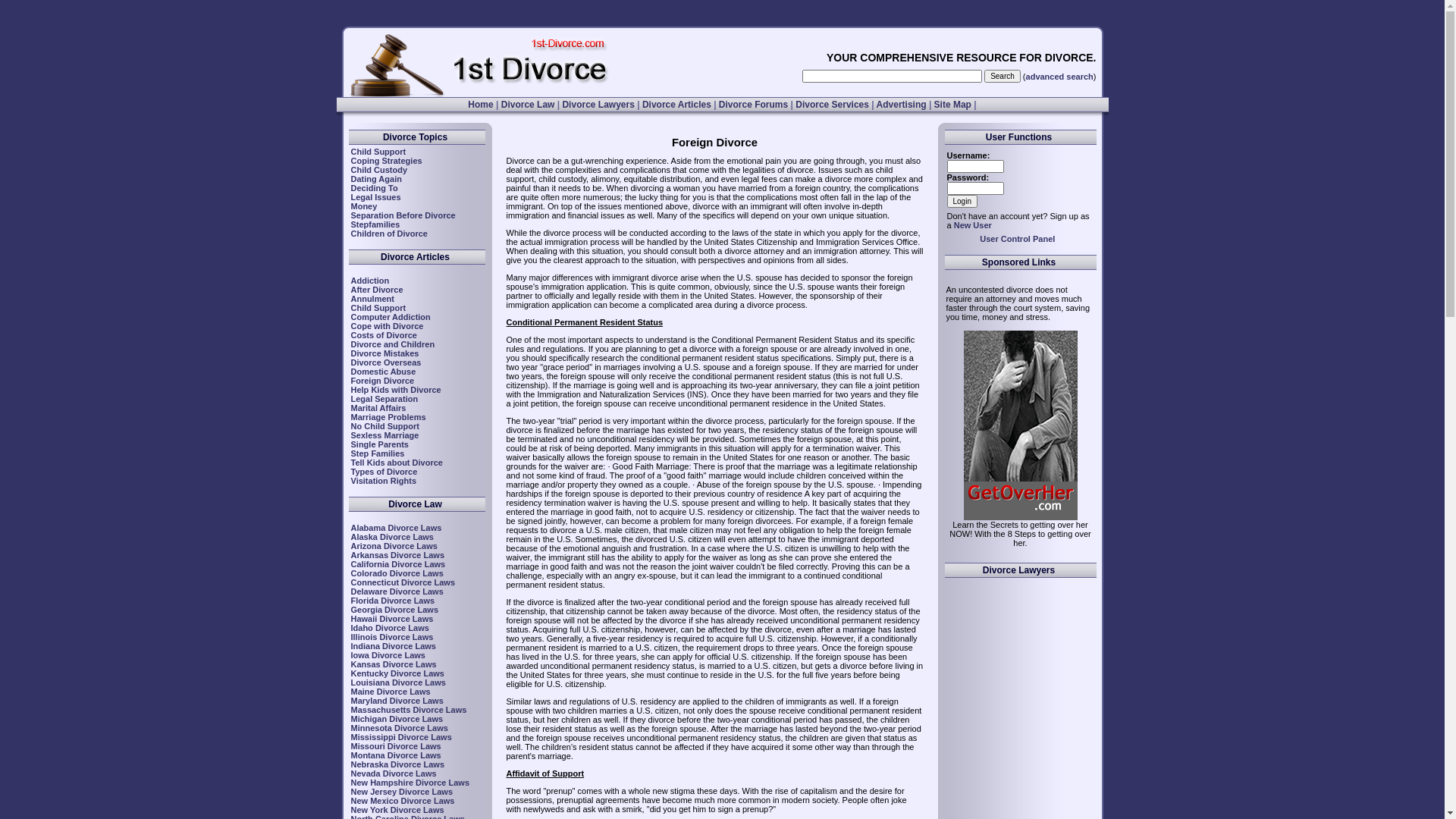  I want to click on 'Home', so click(467, 104).